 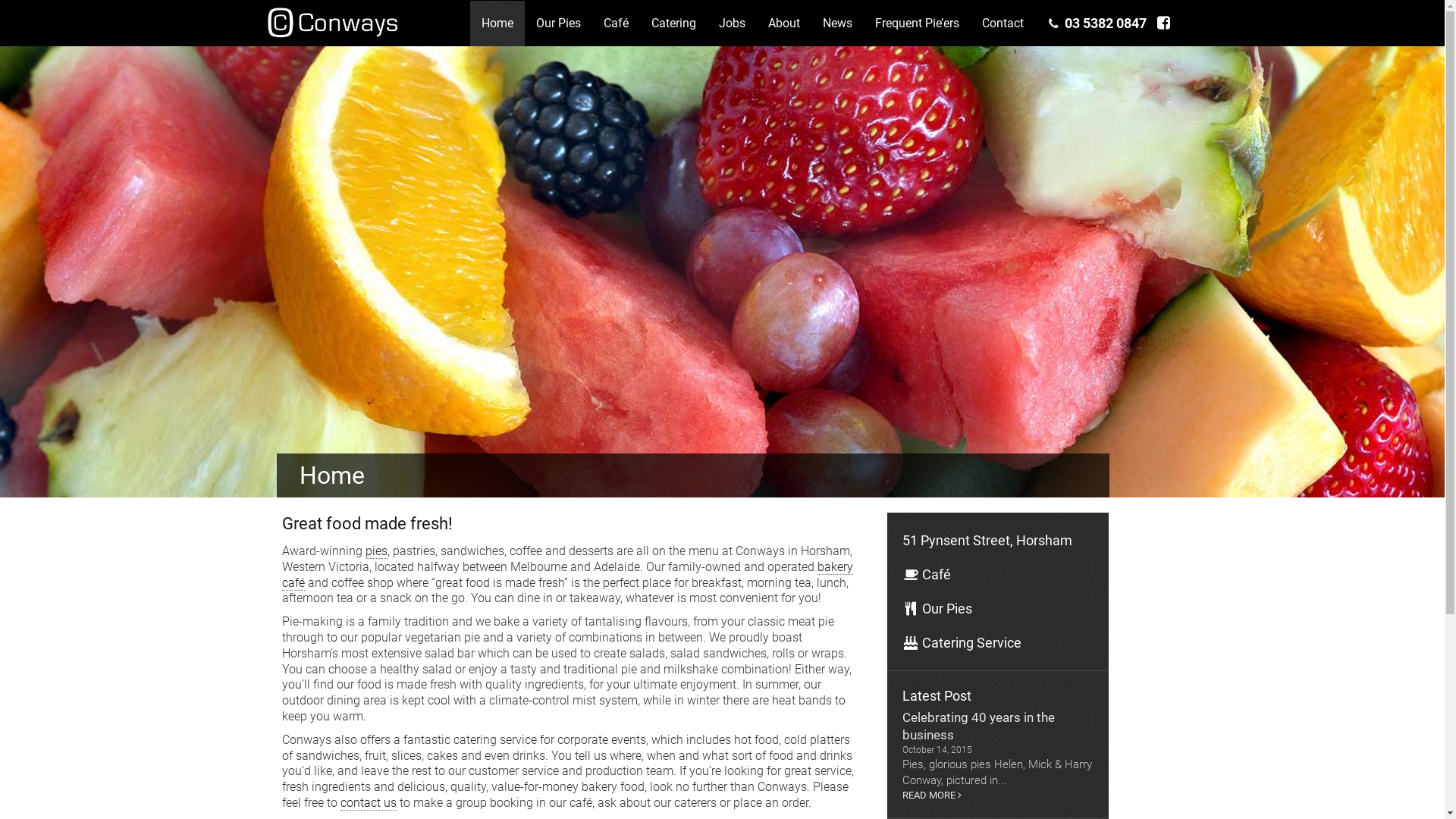 I want to click on 'Our Pies', so click(x=557, y=23).